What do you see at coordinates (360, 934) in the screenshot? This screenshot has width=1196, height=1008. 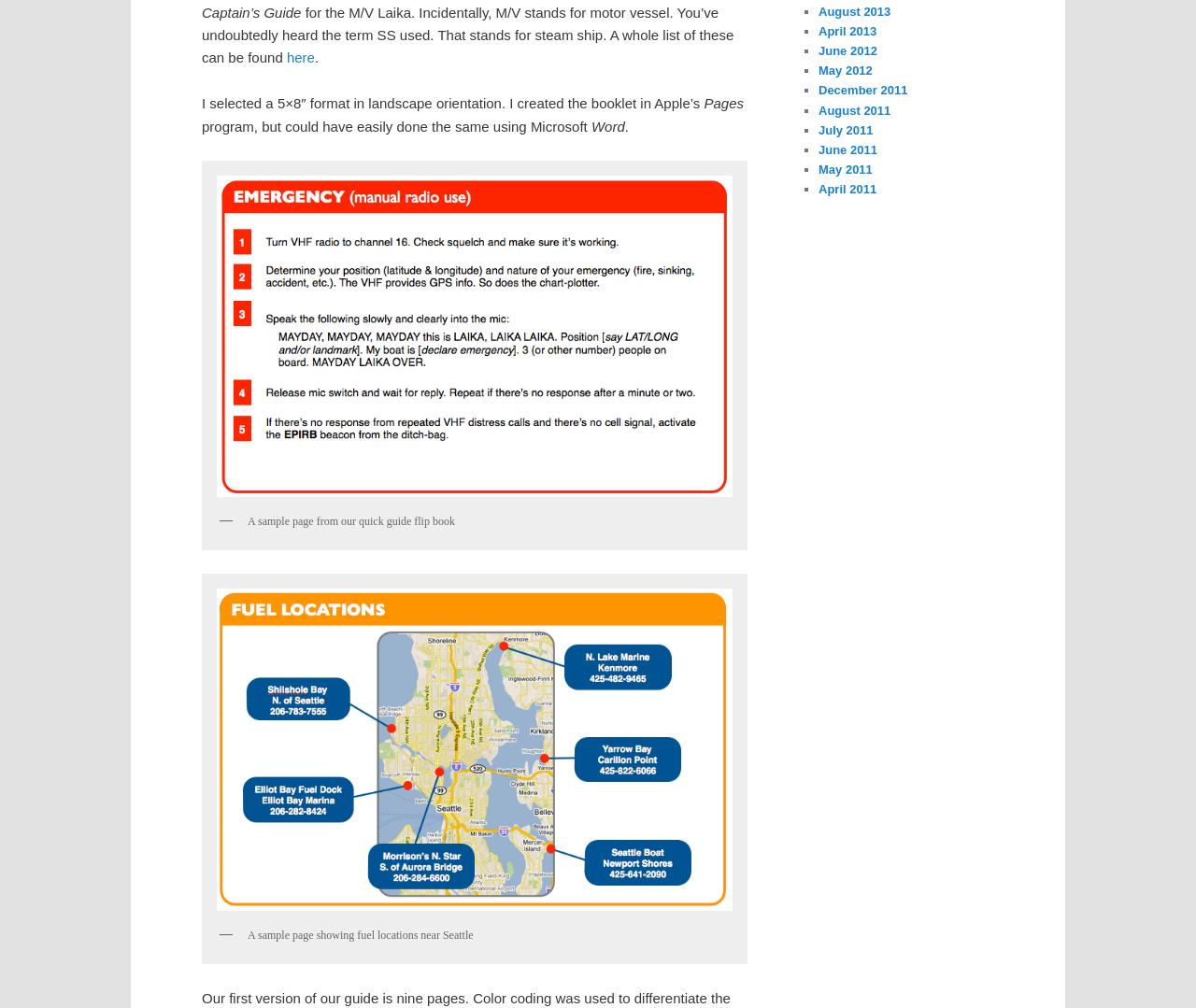 I see `'A sample page showing fuel locations near Seattle'` at bounding box center [360, 934].